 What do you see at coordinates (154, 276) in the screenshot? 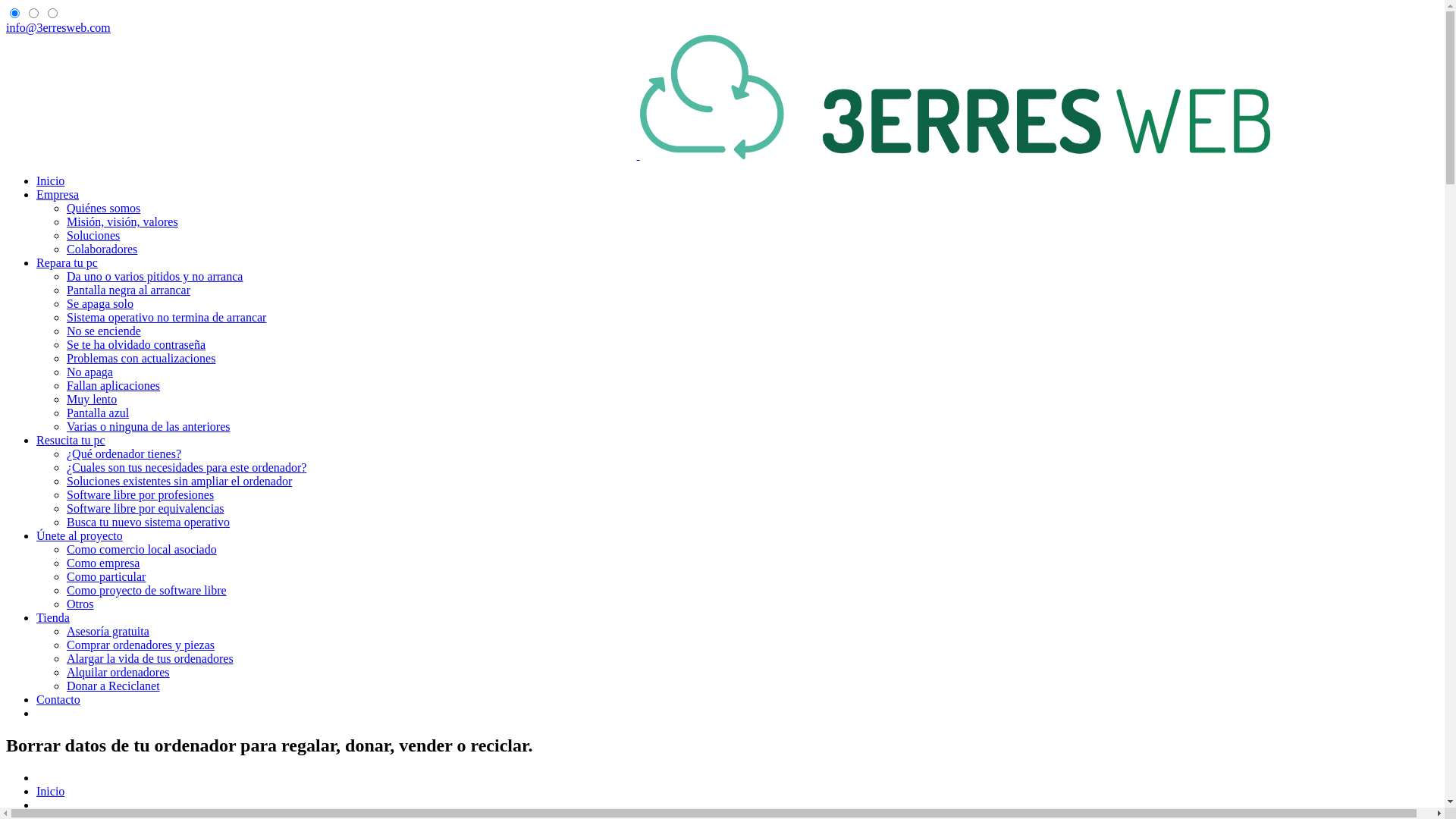
I see `'Da uno o varios pitidos y no arranca'` at bounding box center [154, 276].